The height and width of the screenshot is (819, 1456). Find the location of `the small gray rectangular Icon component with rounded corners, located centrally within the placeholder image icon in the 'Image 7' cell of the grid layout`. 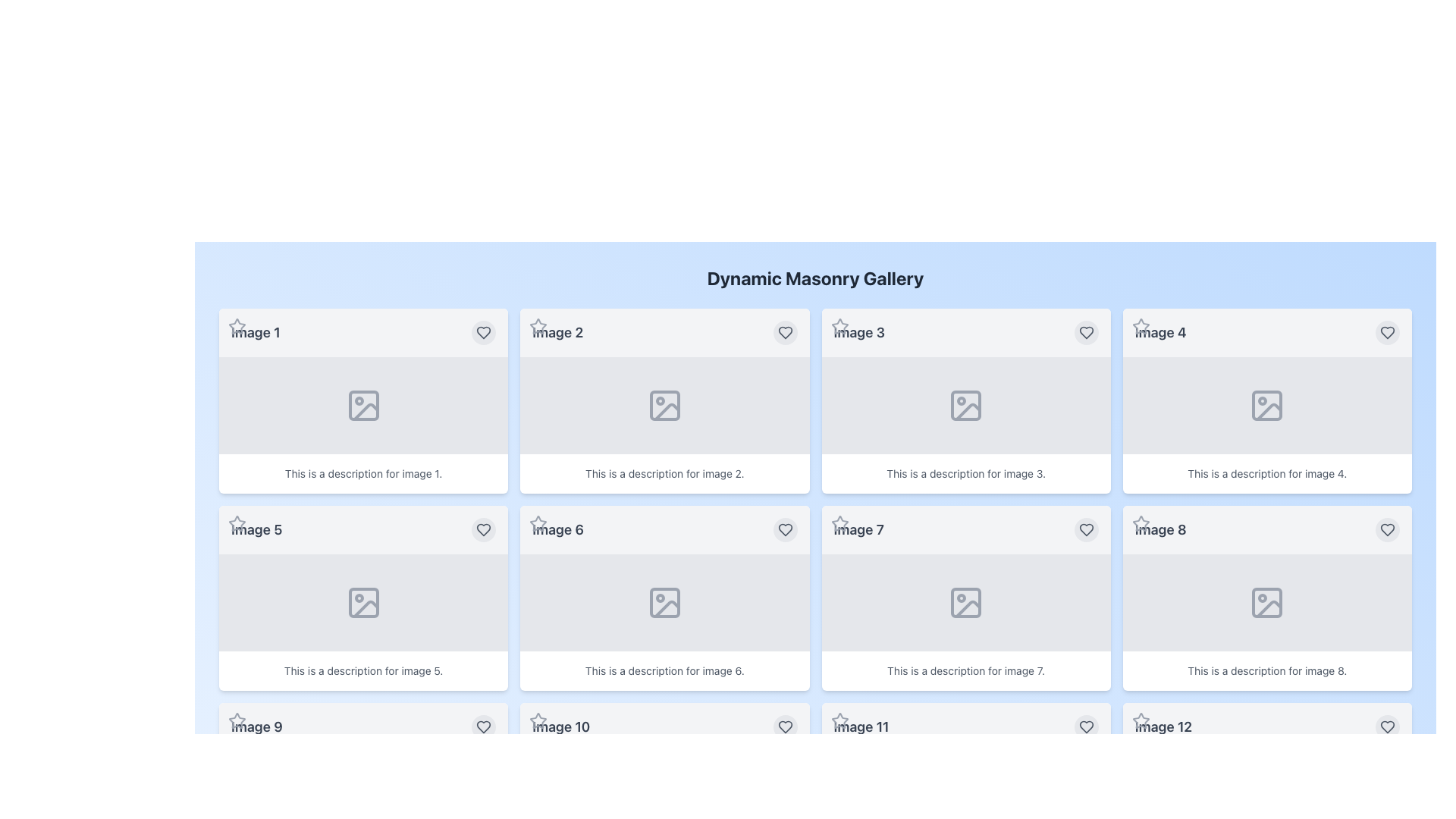

the small gray rectangular Icon component with rounded corners, located centrally within the placeholder image icon in the 'Image 7' cell of the grid layout is located at coordinates (965, 601).